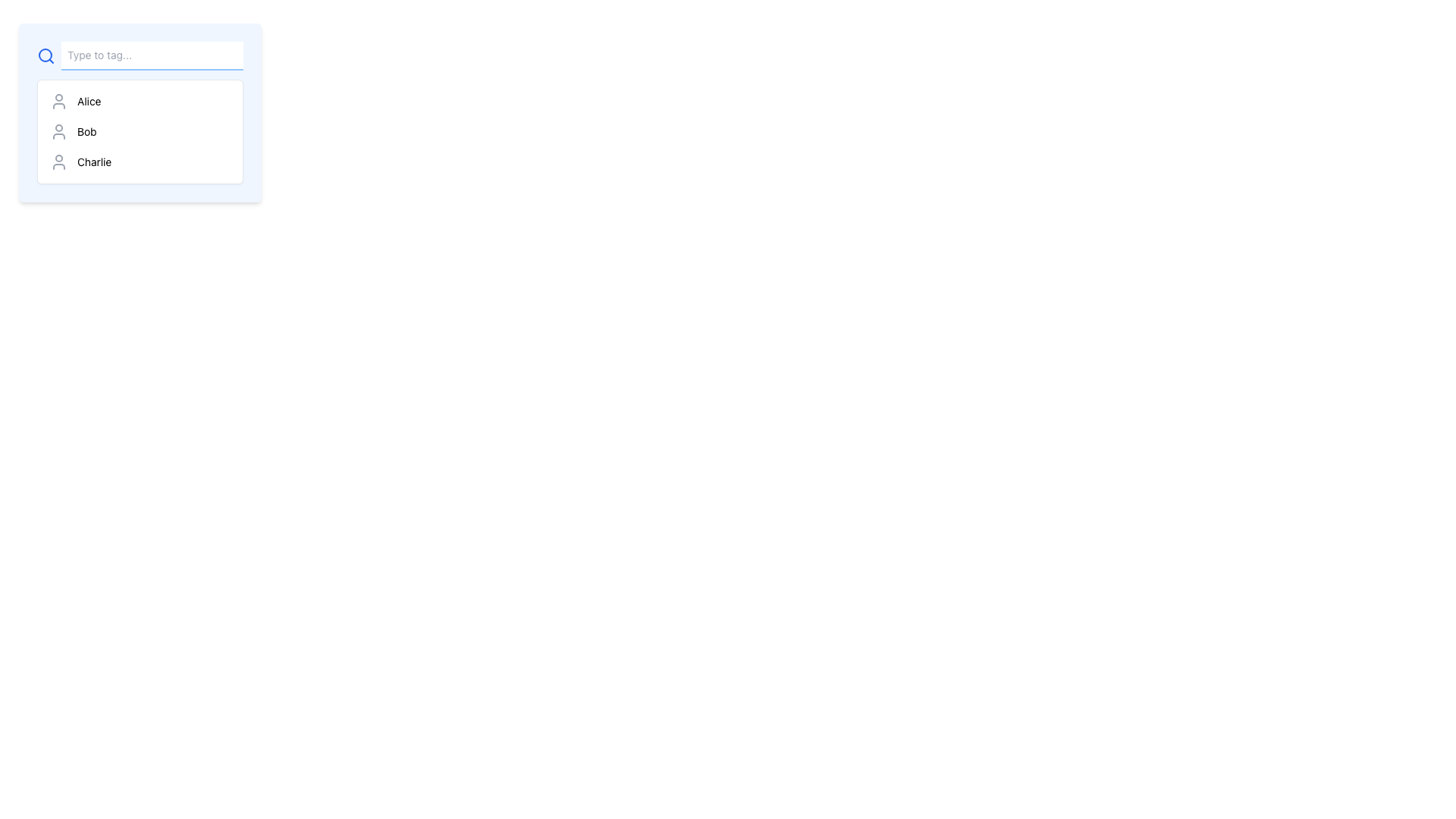  What do you see at coordinates (140, 55) in the screenshot?
I see `the search input component, which consists of a blue magnifying glass icon and an input field with the placeholder 'Type` at bounding box center [140, 55].